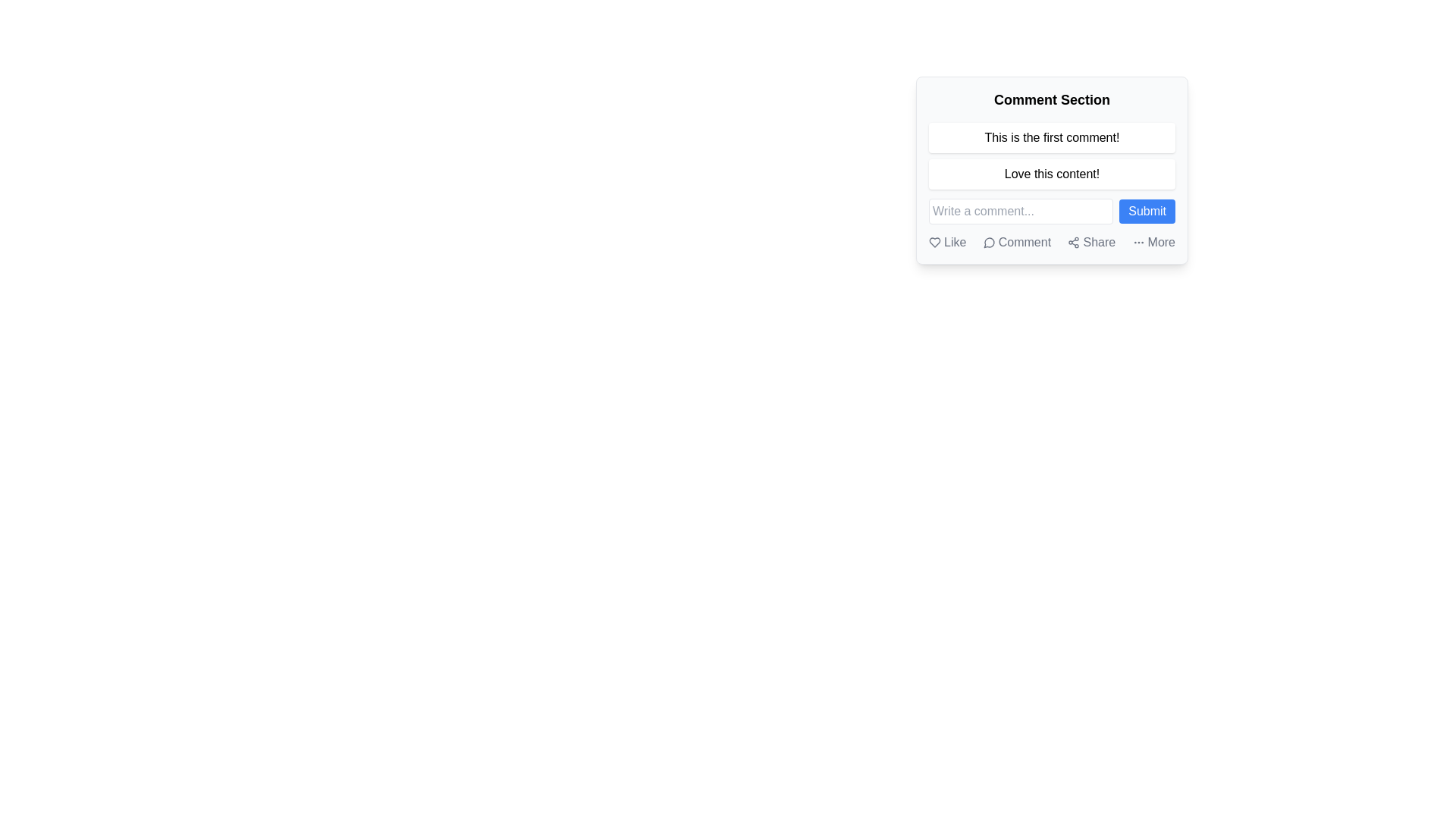 The height and width of the screenshot is (819, 1456). Describe the element at coordinates (1160, 242) in the screenshot. I see `the text label displaying 'More' located in the bottom-right corner of the comment section interface, under the 'Share' button, using drag-and-drop functionality` at that location.